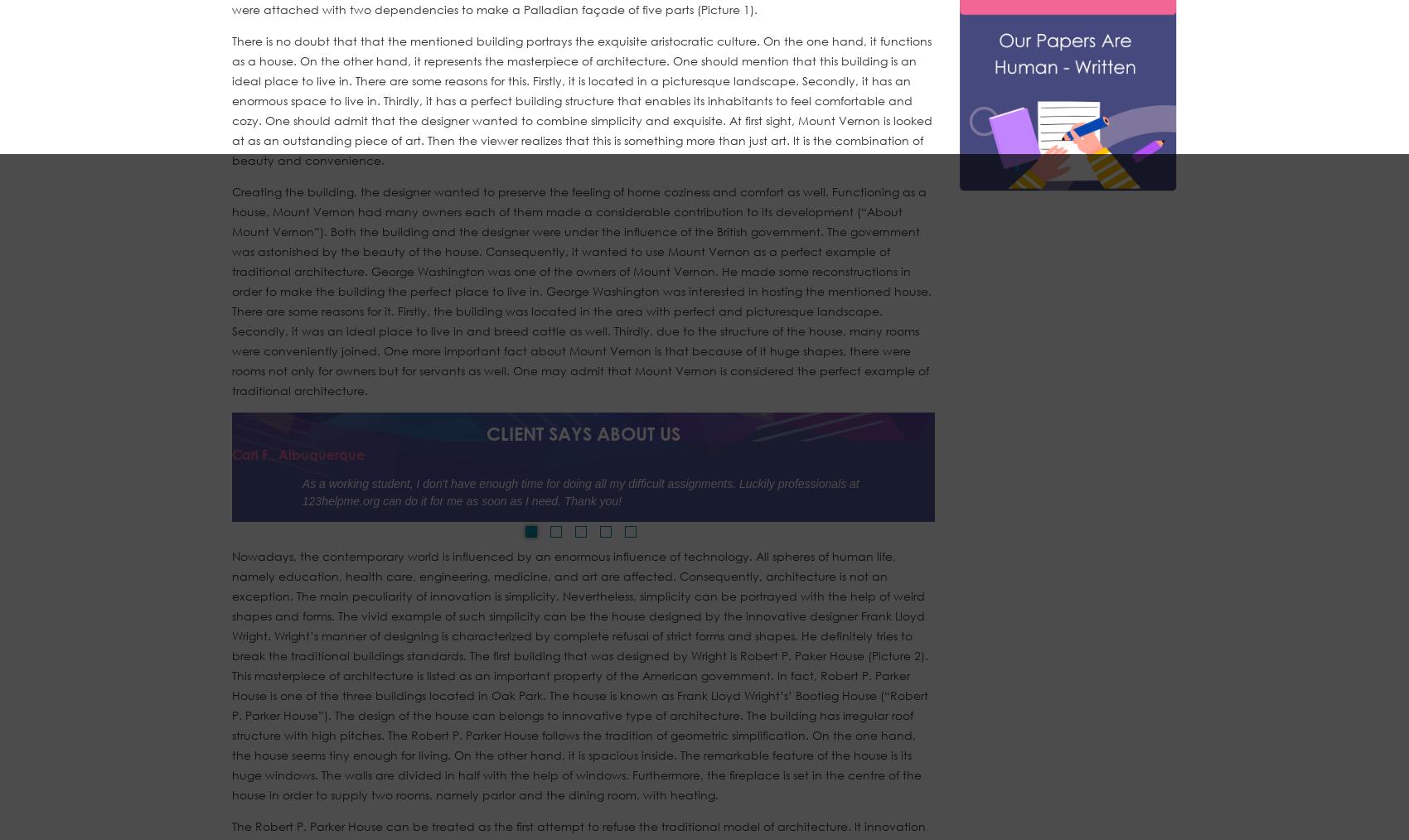 Image resolution: width=1409 pixels, height=840 pixels. Describe the element at coordinates (538, 432) in the screenshot. I see `'Client says'` at that location.